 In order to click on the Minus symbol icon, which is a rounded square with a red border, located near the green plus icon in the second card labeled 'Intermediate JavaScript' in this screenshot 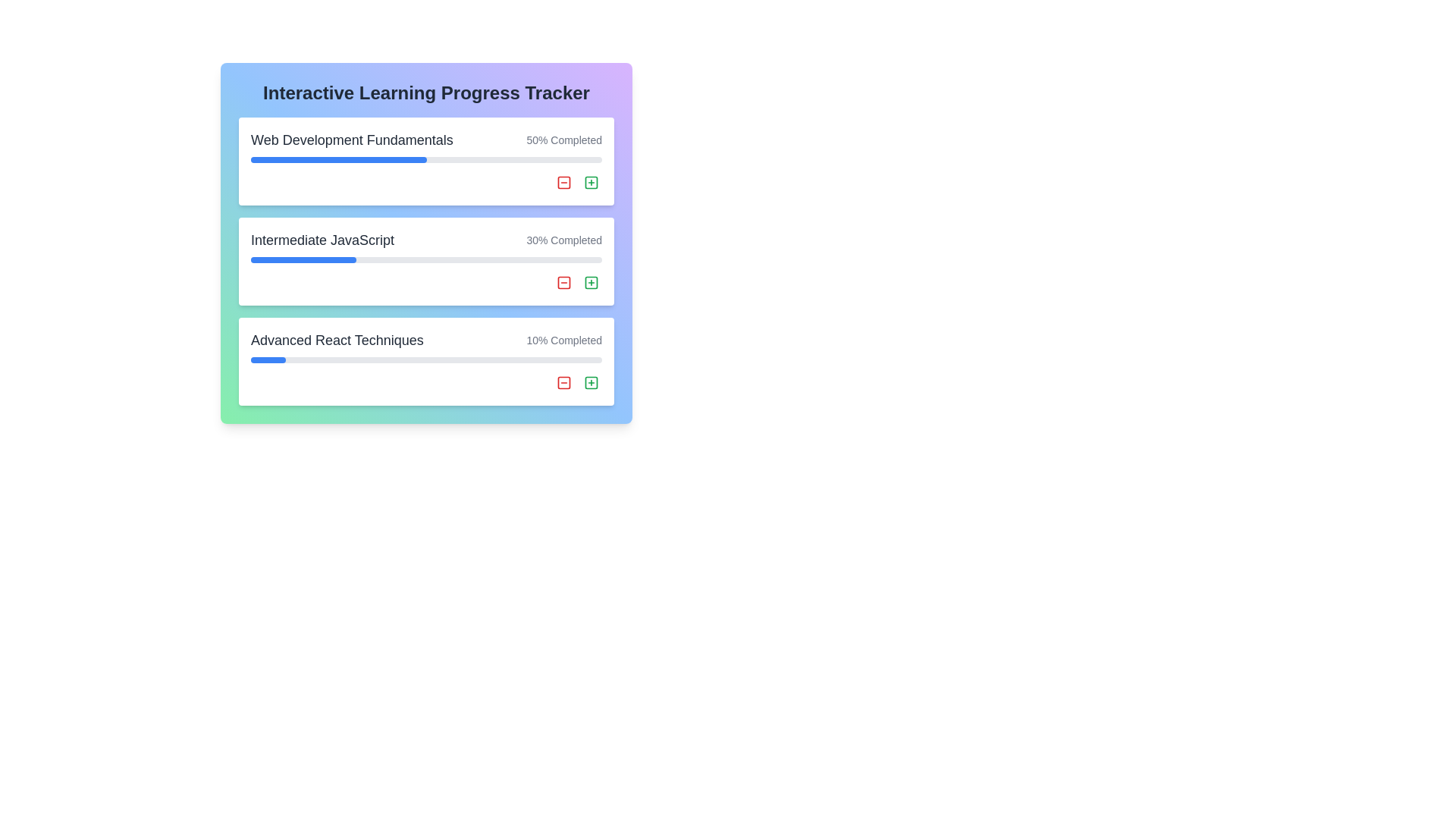, I will do `click(563, 283)`.